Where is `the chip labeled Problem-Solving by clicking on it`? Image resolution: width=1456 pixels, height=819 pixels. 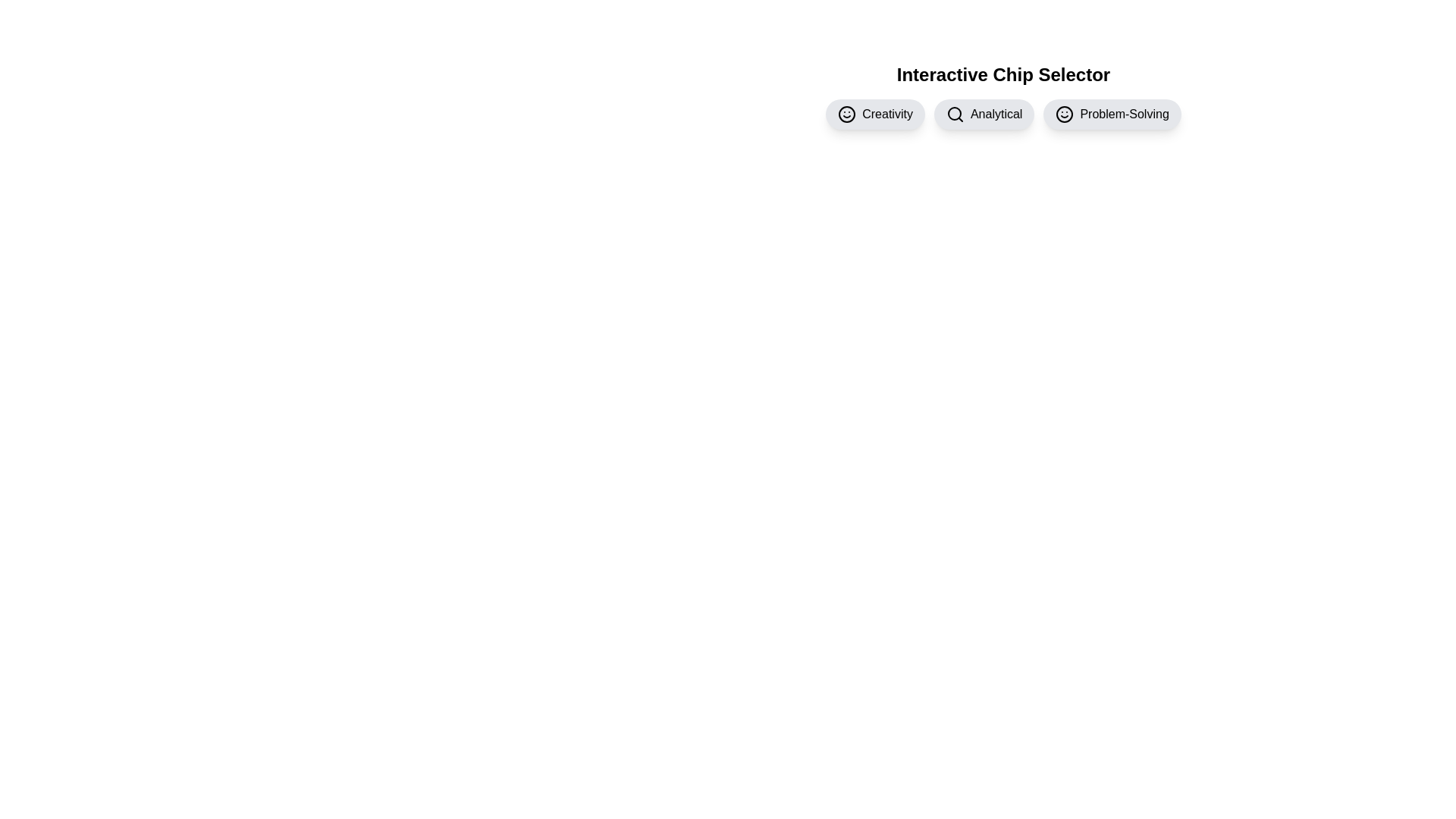 the chip labeled Problem-Solving by clicking on it is located at coordinates (1112, 113).